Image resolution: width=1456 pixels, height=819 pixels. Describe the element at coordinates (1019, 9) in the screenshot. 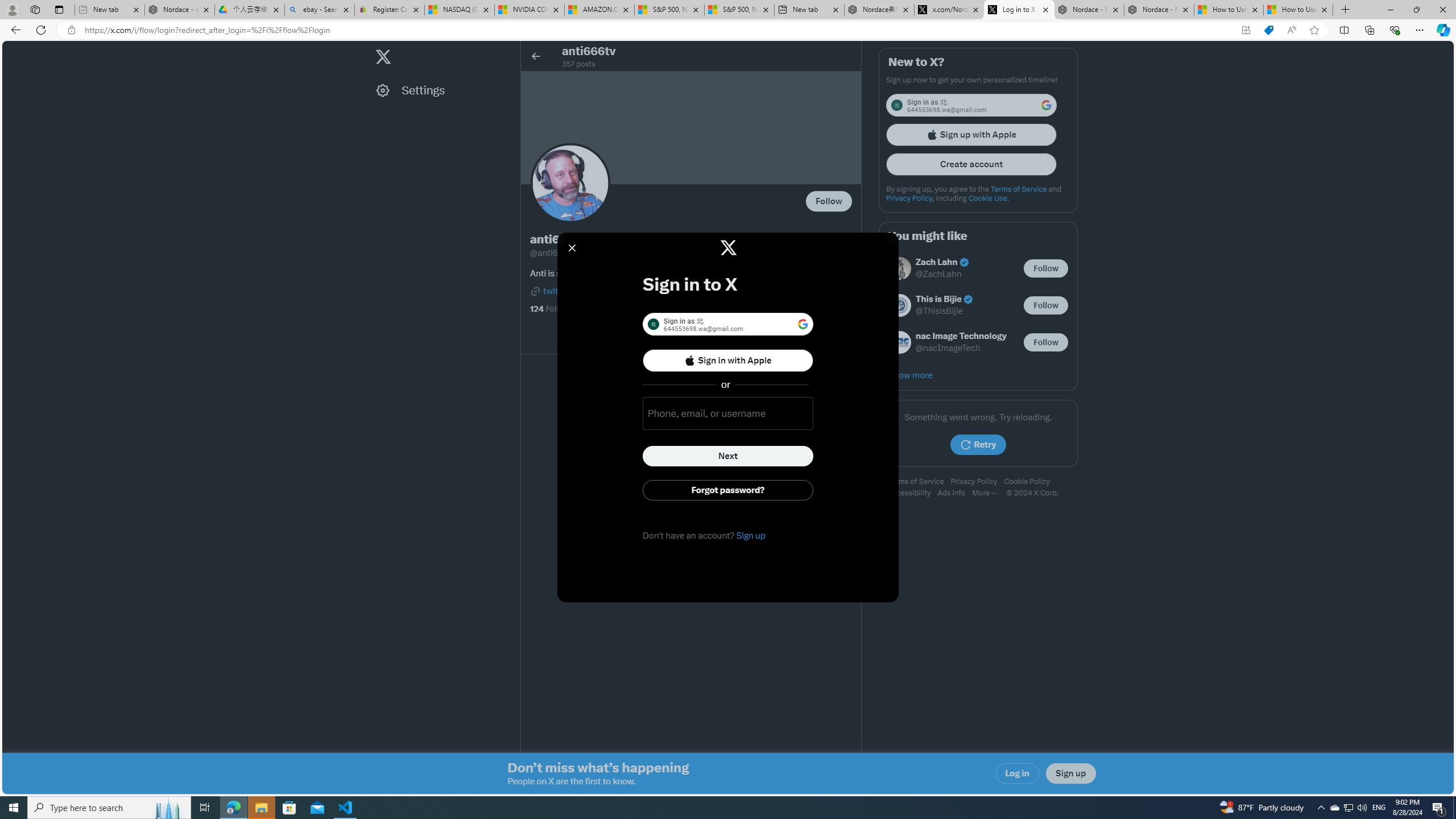

I see `'Log in to X / X'` at that location.